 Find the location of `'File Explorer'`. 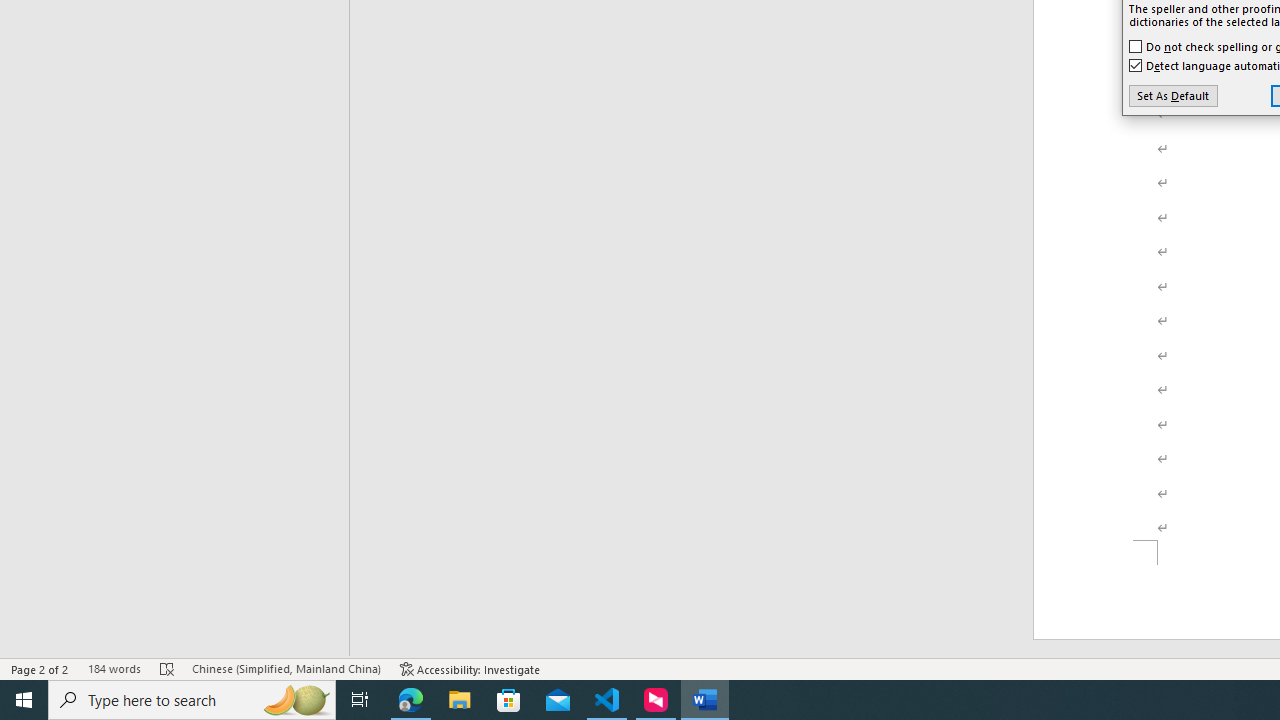

'File Explorer' is located at coordinates (459, 698).